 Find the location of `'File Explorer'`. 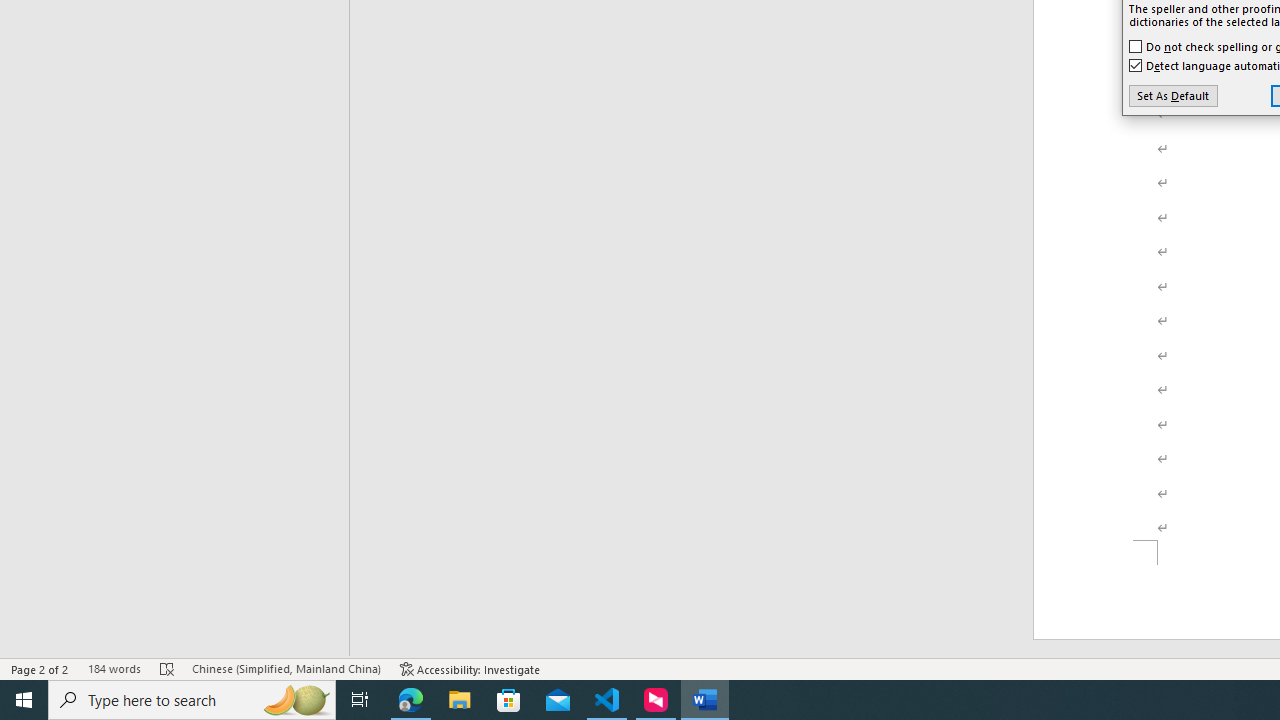

'File Explorer' is located at coordinates (459, 698).